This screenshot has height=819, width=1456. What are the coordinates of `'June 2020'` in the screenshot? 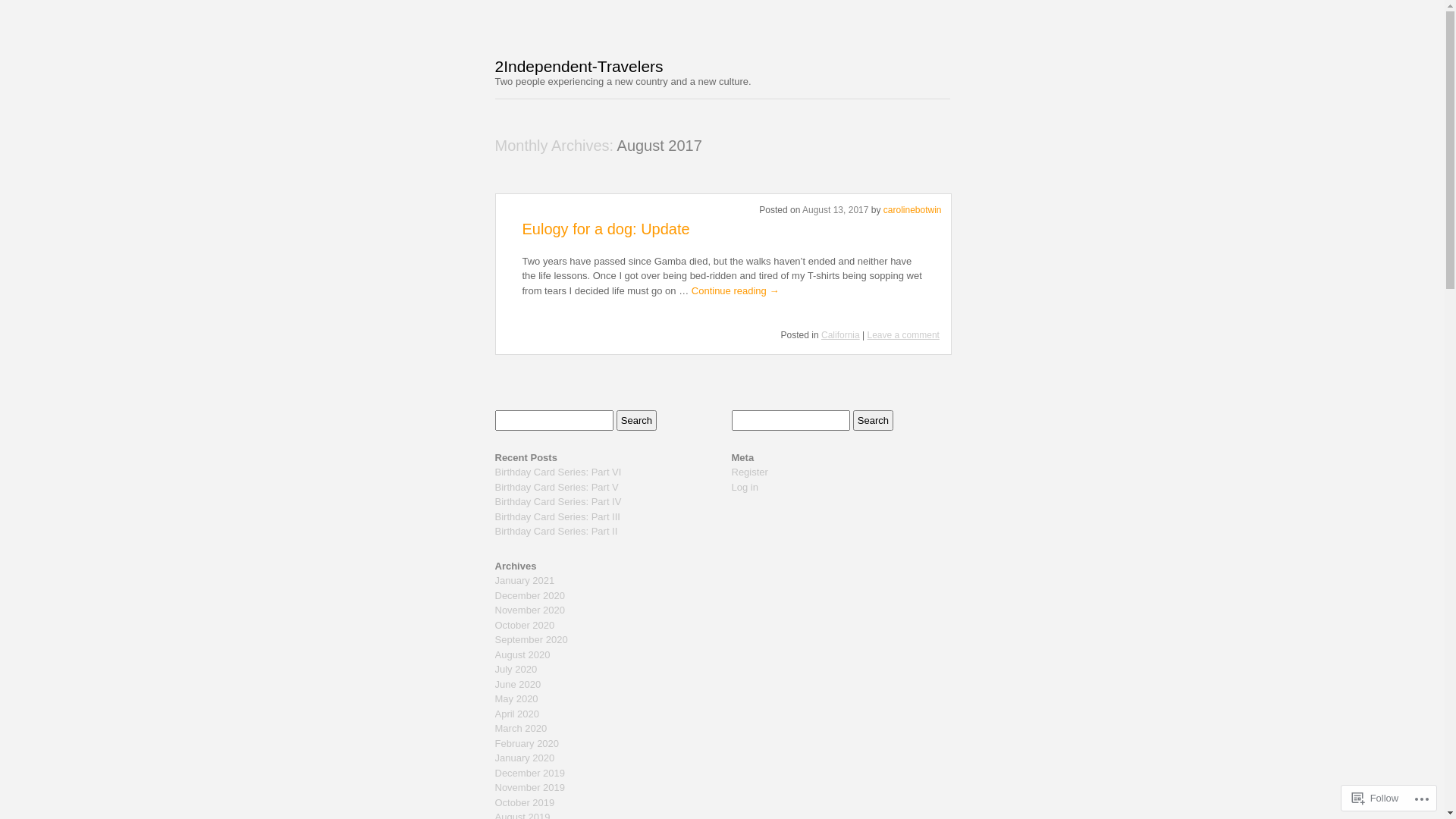 It's located at (517, 684).